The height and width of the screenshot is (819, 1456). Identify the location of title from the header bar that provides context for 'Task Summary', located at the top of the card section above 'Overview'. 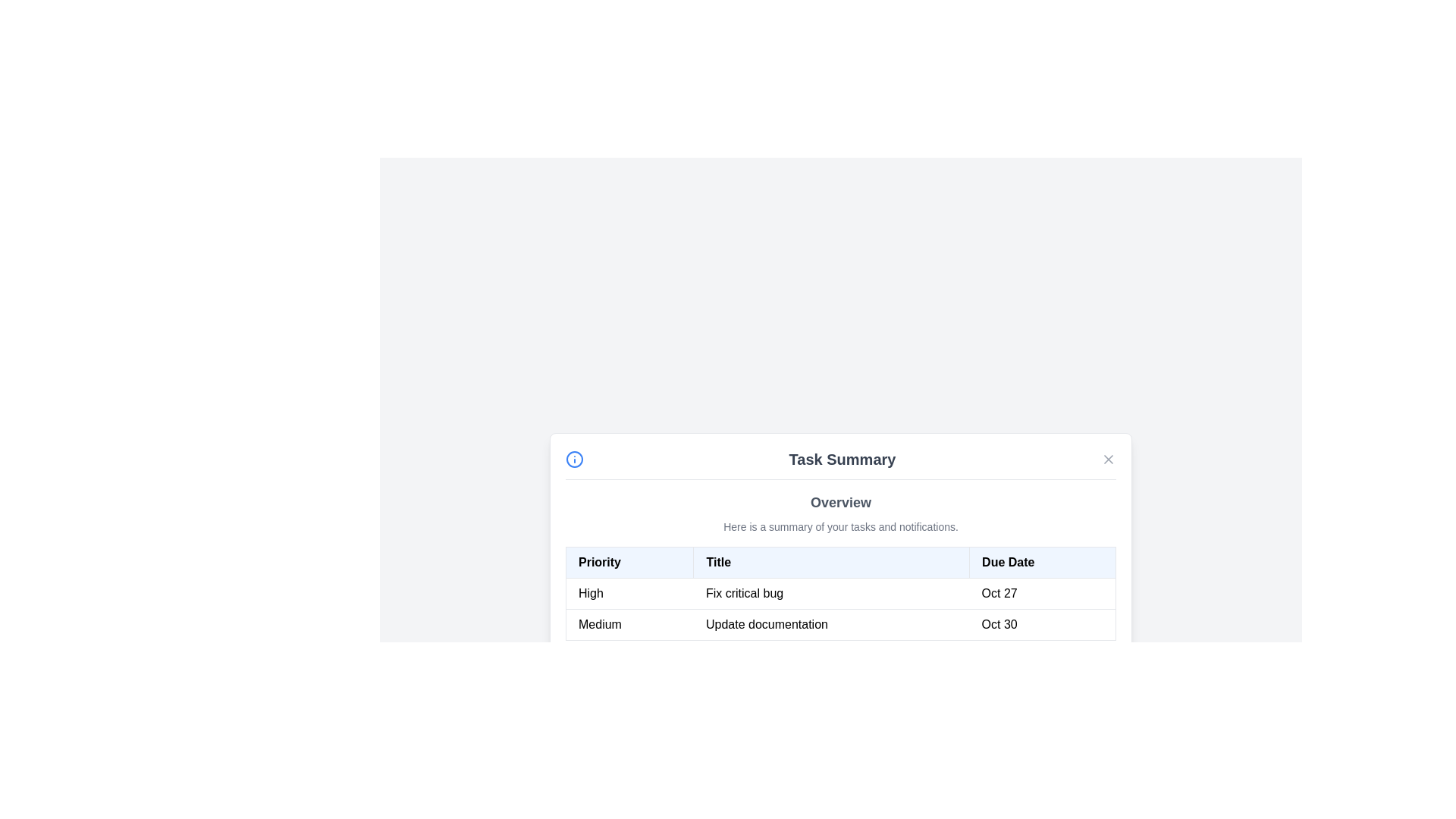
(839, 463).